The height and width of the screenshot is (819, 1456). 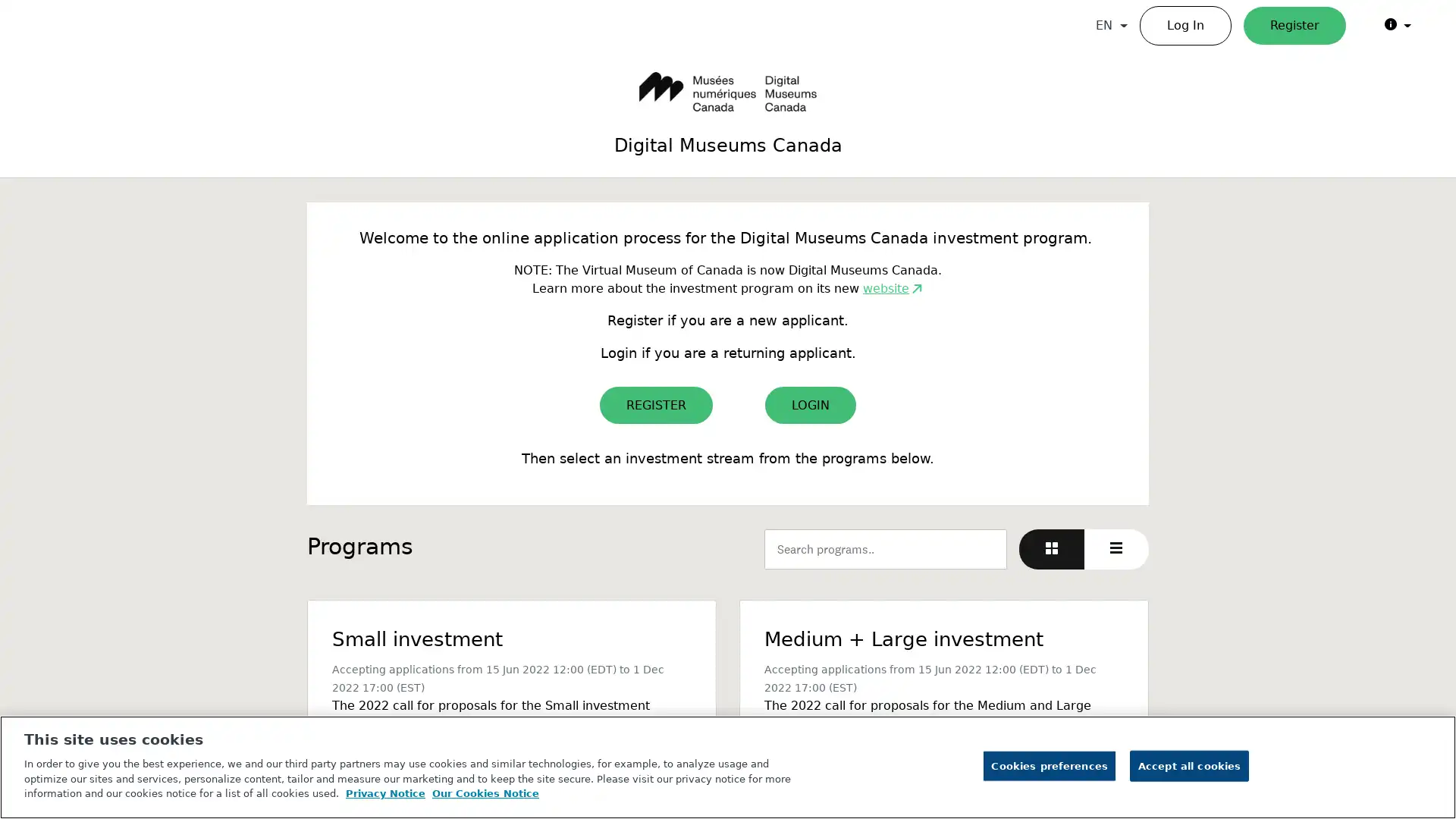 I want to click on Toggle list view, so click(x=1116, y=549).